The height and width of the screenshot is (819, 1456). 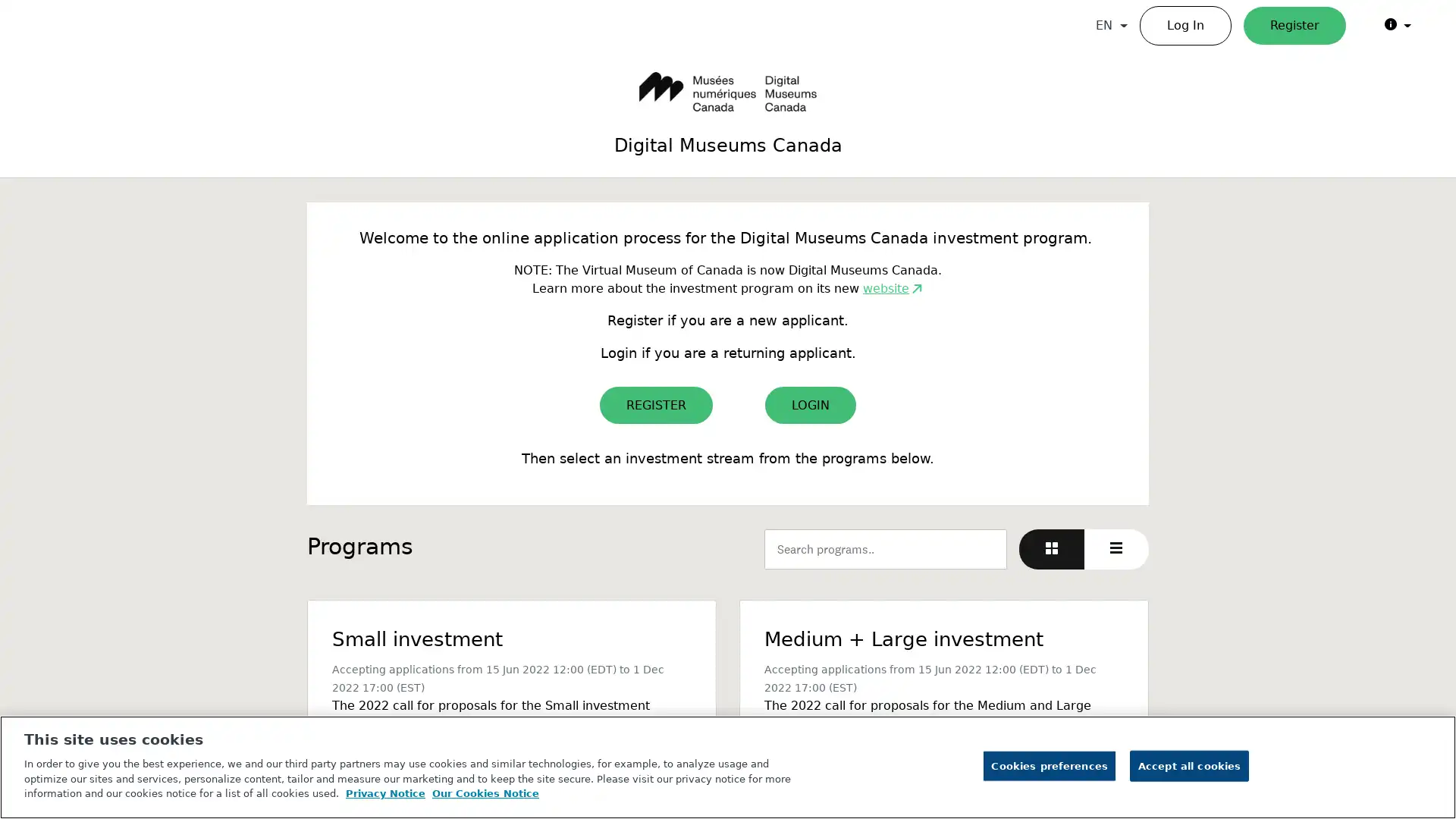 I want to click on Toggle list view, so click(x=1116, y=549).